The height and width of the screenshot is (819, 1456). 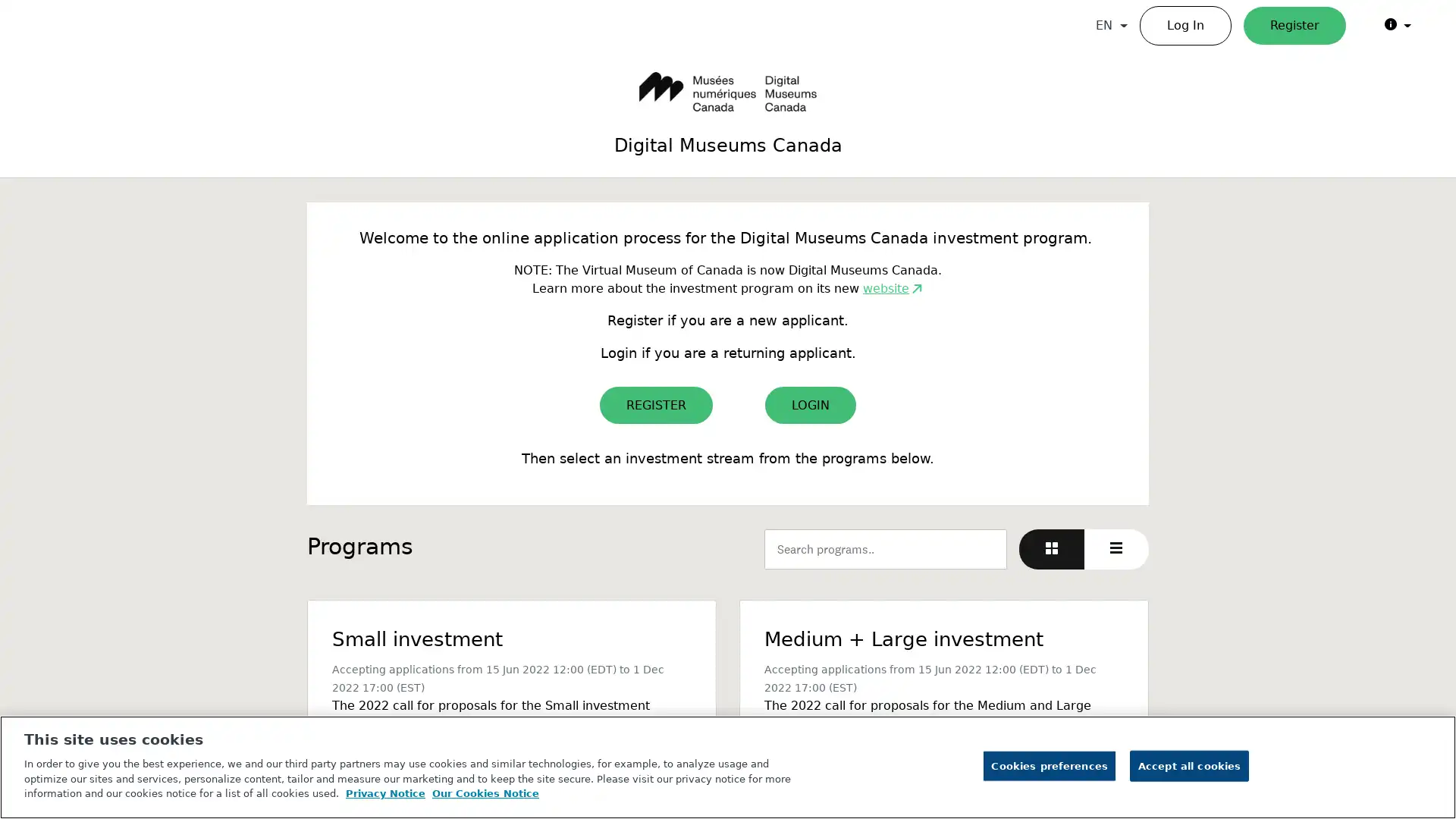 I want to click on Toggle list view, so click(x=1116, y=549).